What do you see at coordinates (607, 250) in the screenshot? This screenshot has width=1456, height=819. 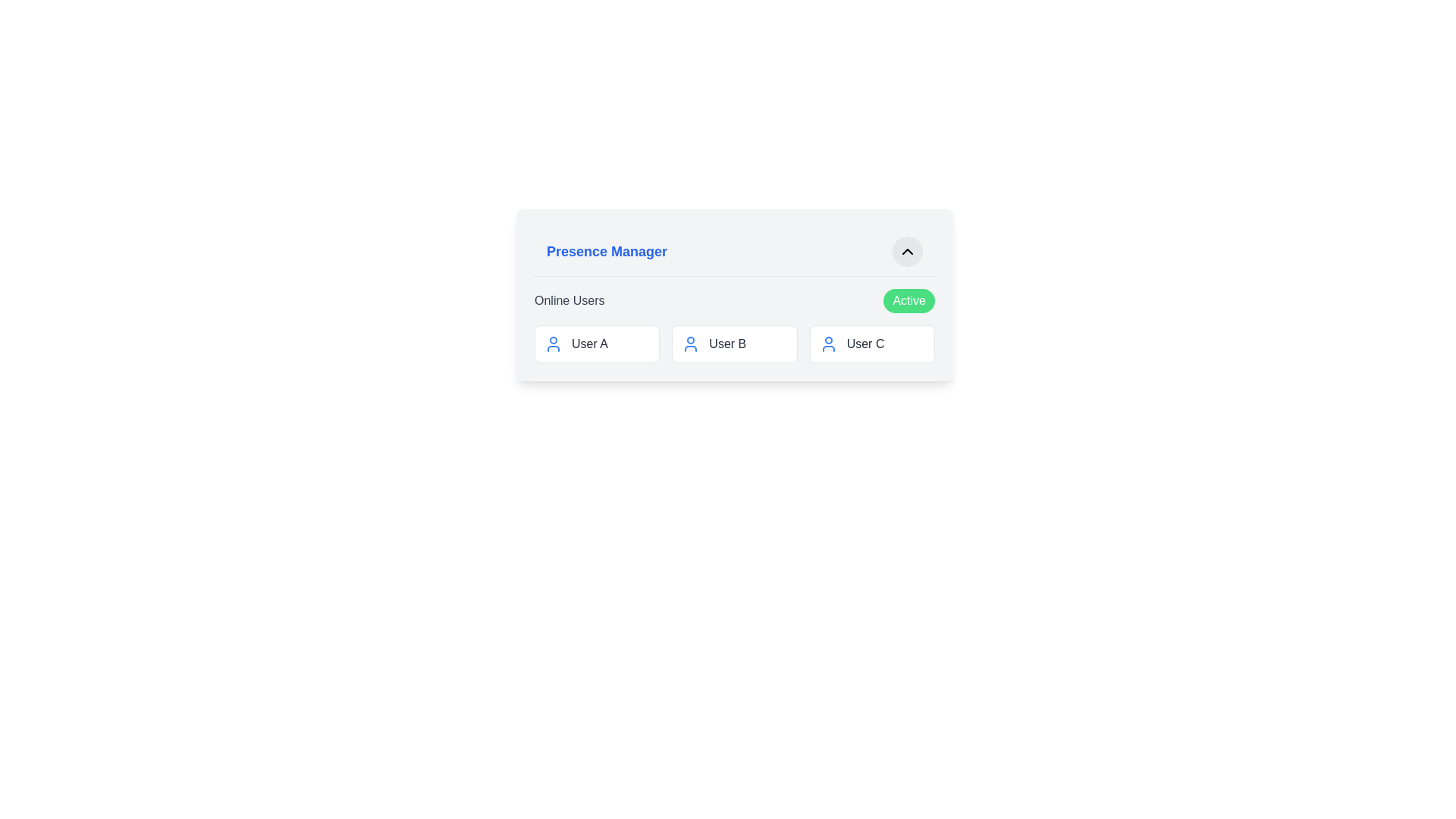 I see `the bold, blue-colored text labeled 'Presence Manager' at the top-left of the card component, which stands out against a light gray background` at bounding box center [607, 250].